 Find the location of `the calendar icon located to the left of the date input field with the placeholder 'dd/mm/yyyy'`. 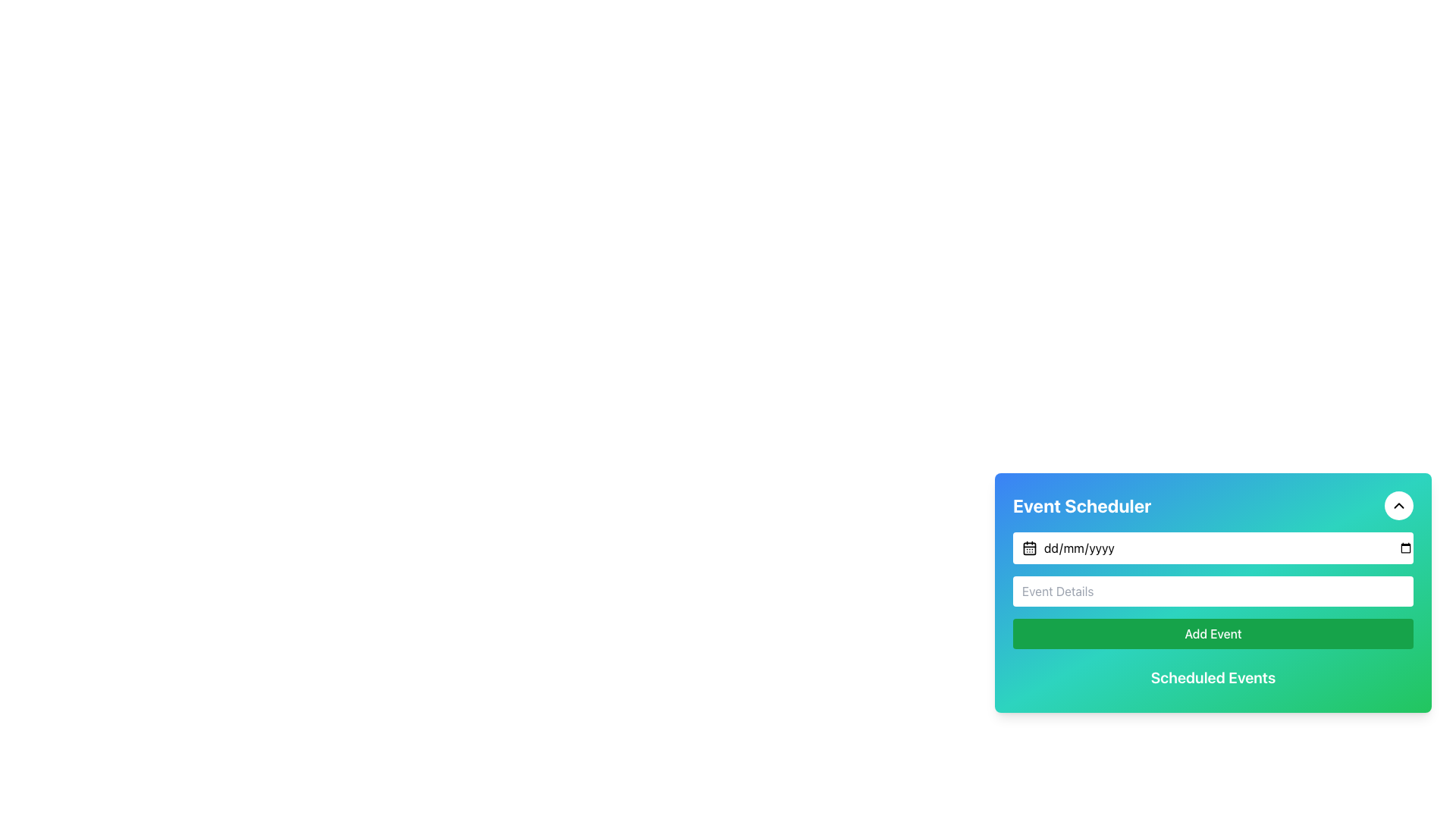

the calendar icon located to the left of the date input field with the placeholder 'dd/mm/yyyy' is located at coordinates (1030, 548).